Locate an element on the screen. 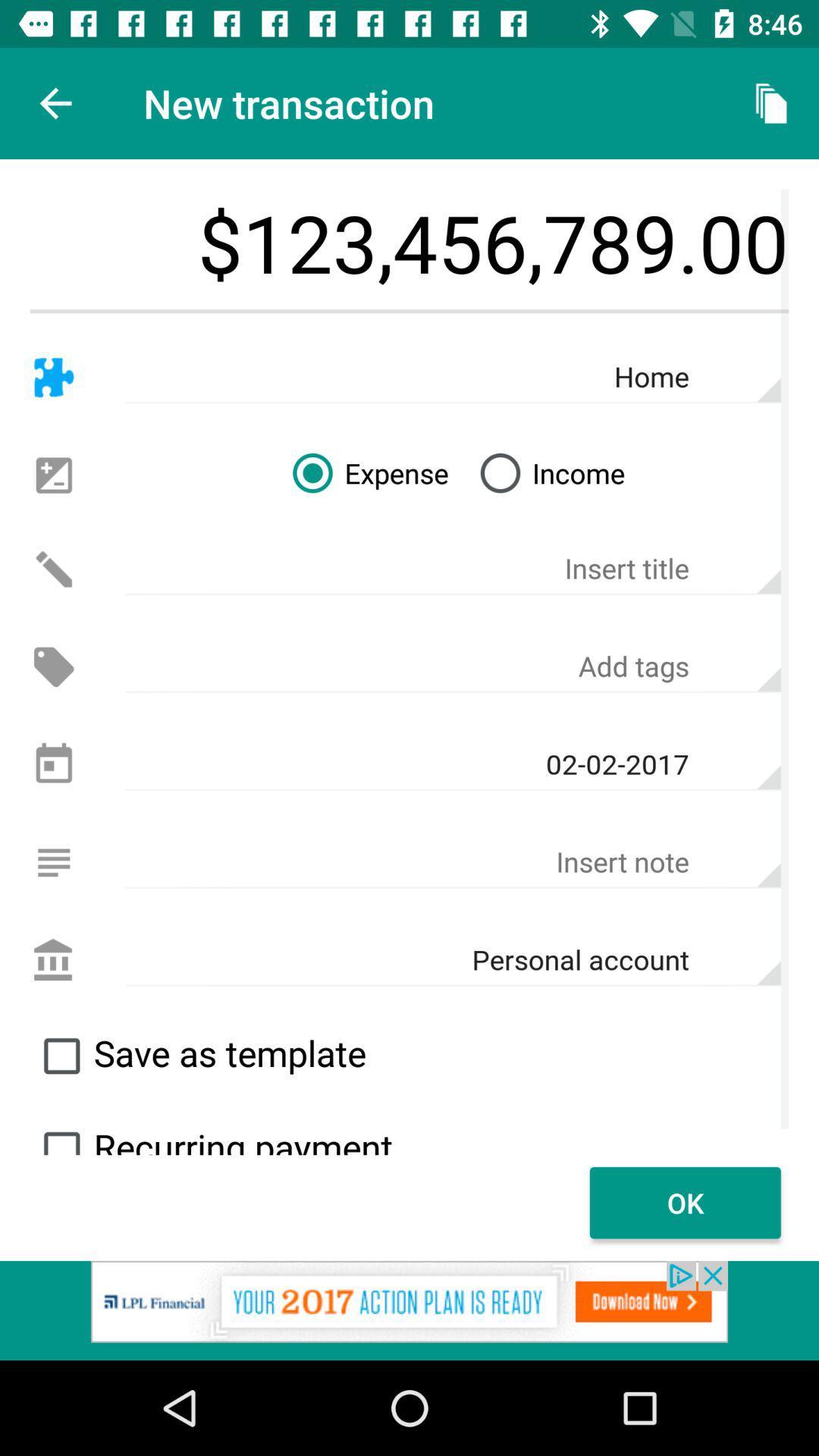  click on advertisement is located at coordinates (409, 1310).